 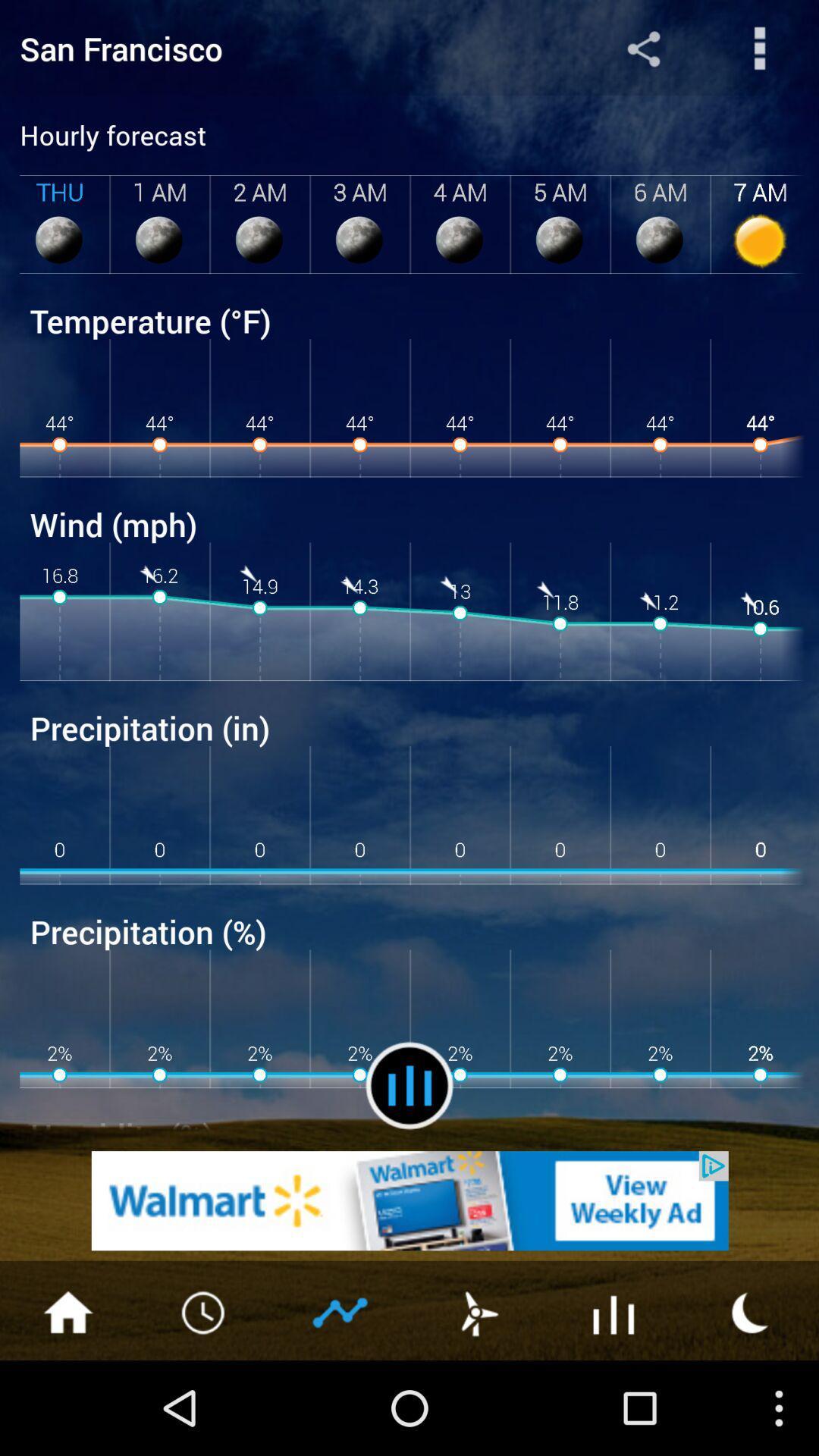 I want to click on next, so click(x=341, y=1310).